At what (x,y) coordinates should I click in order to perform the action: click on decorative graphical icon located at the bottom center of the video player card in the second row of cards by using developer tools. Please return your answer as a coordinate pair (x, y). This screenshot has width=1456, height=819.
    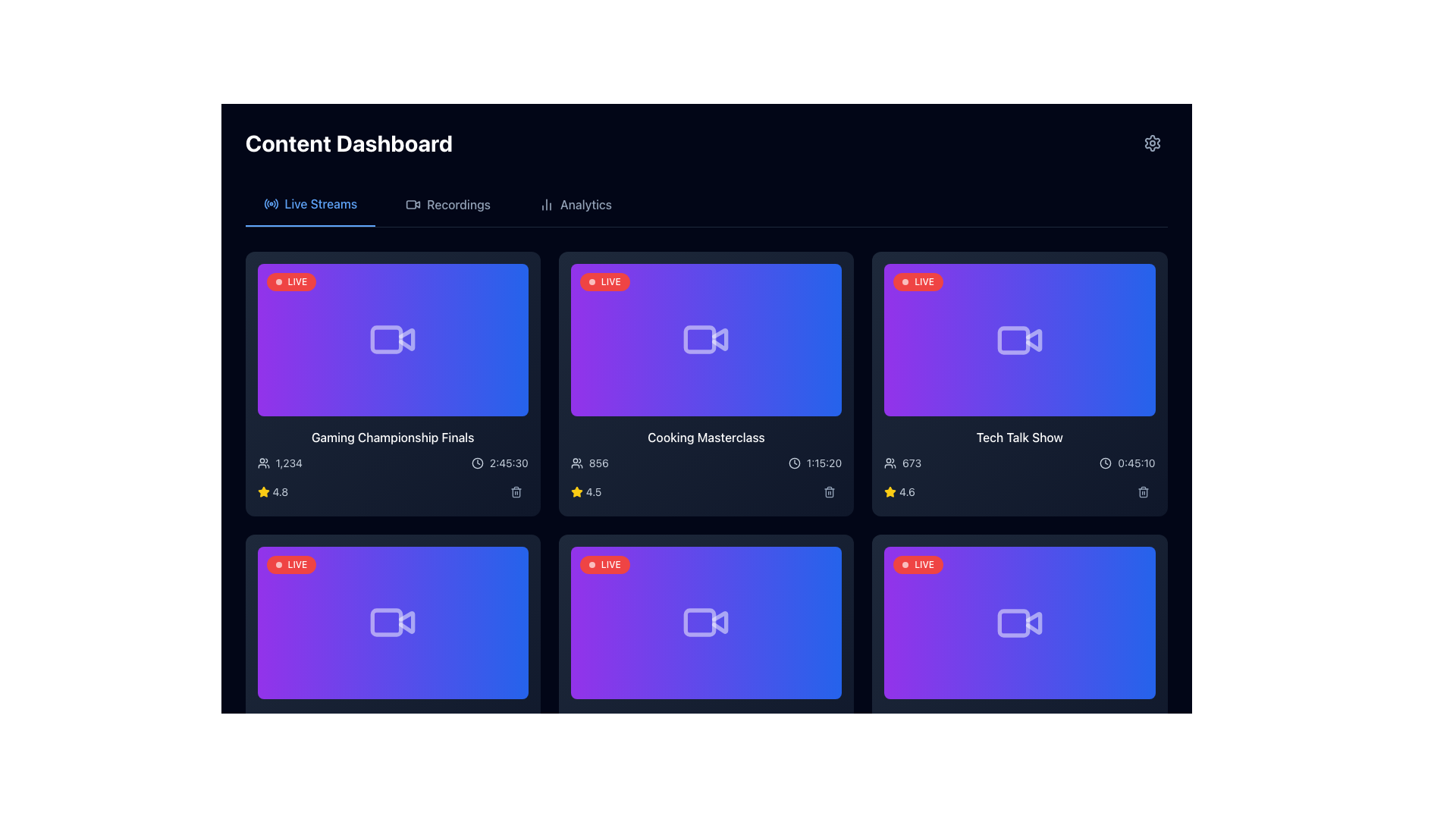
    Looking at the image, I should click on (699, 623).